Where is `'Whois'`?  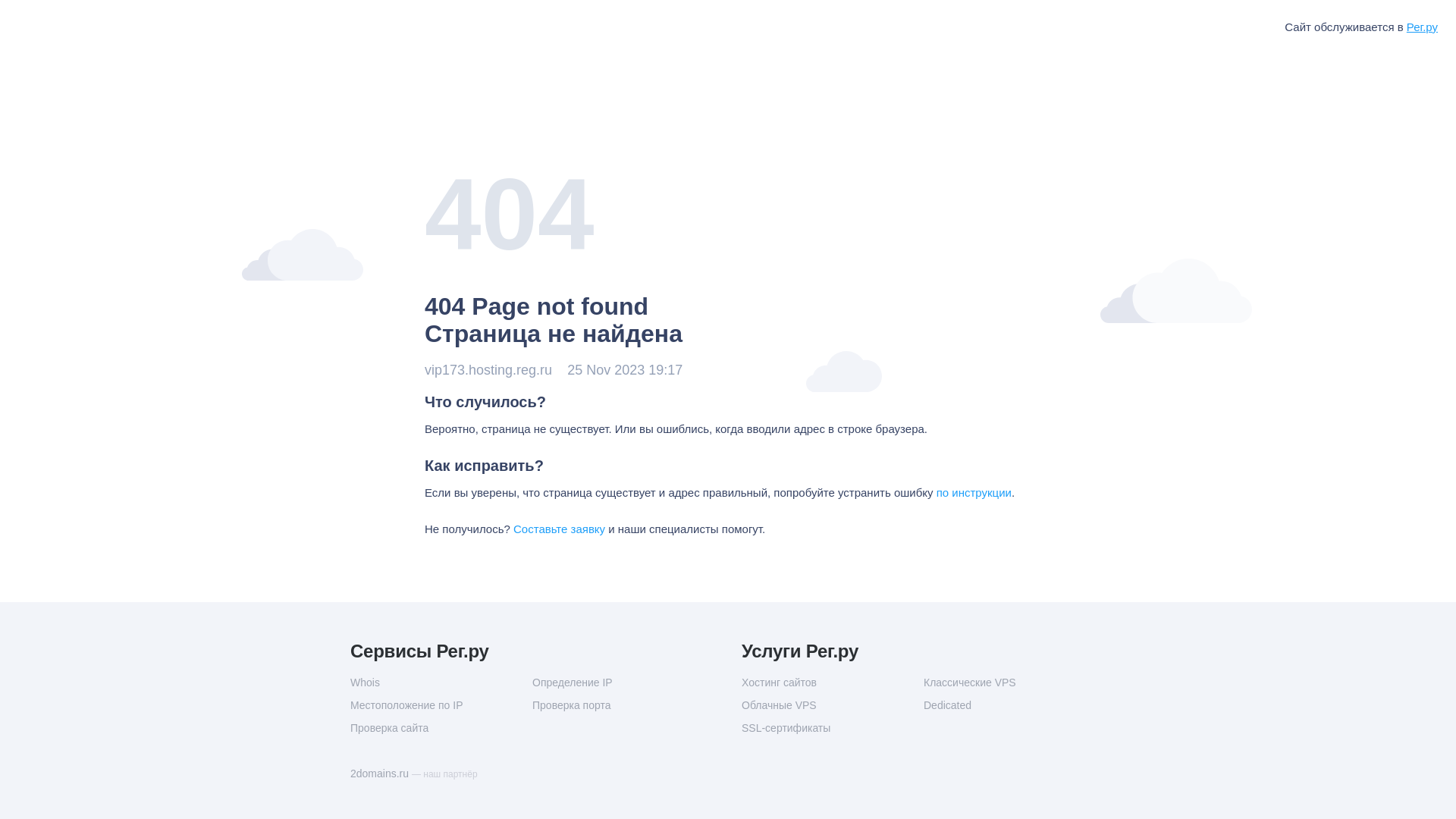
'Whois' is located at coordinates (440, 681).